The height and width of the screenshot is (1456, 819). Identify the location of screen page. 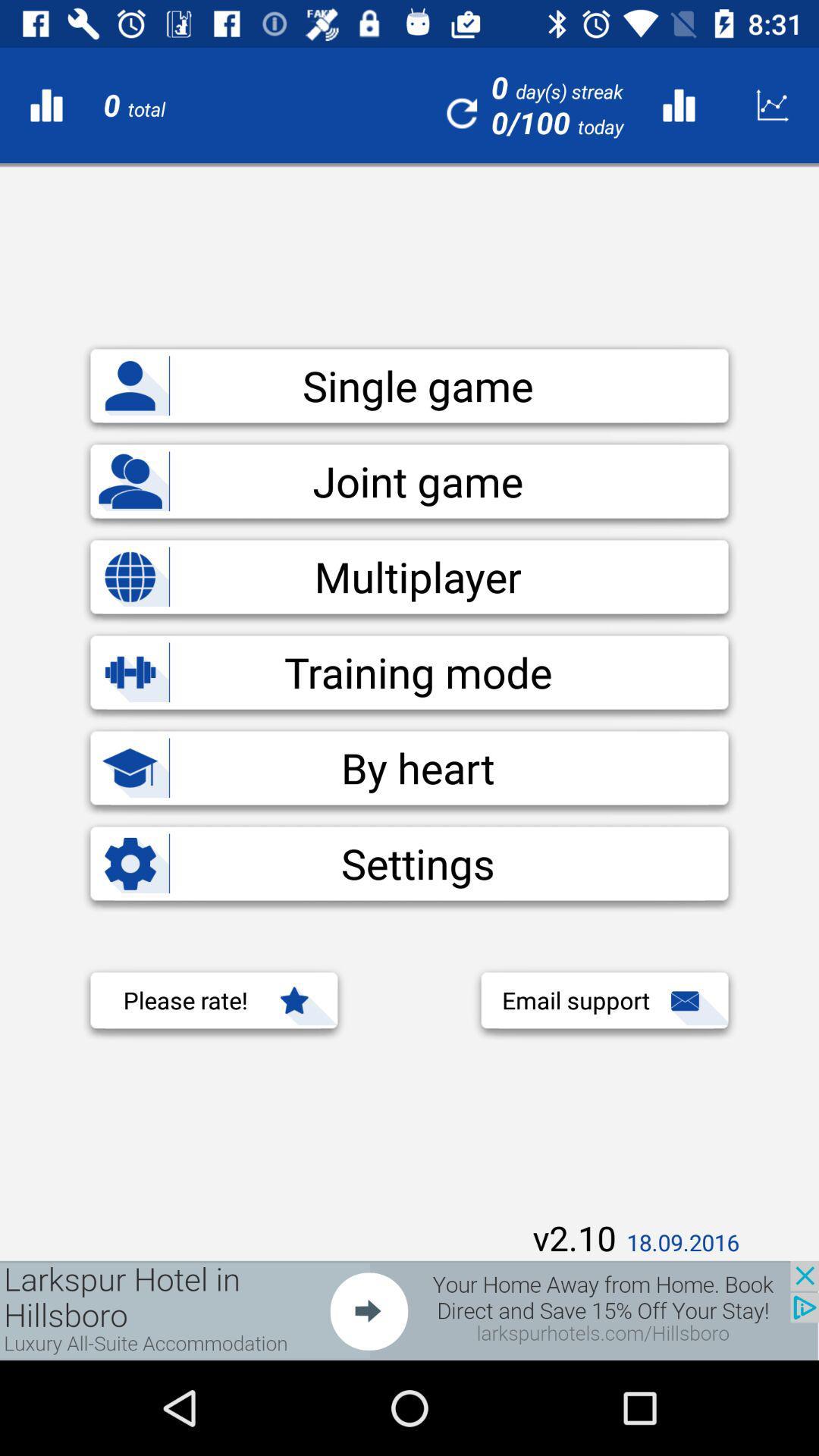
(409, 1310).